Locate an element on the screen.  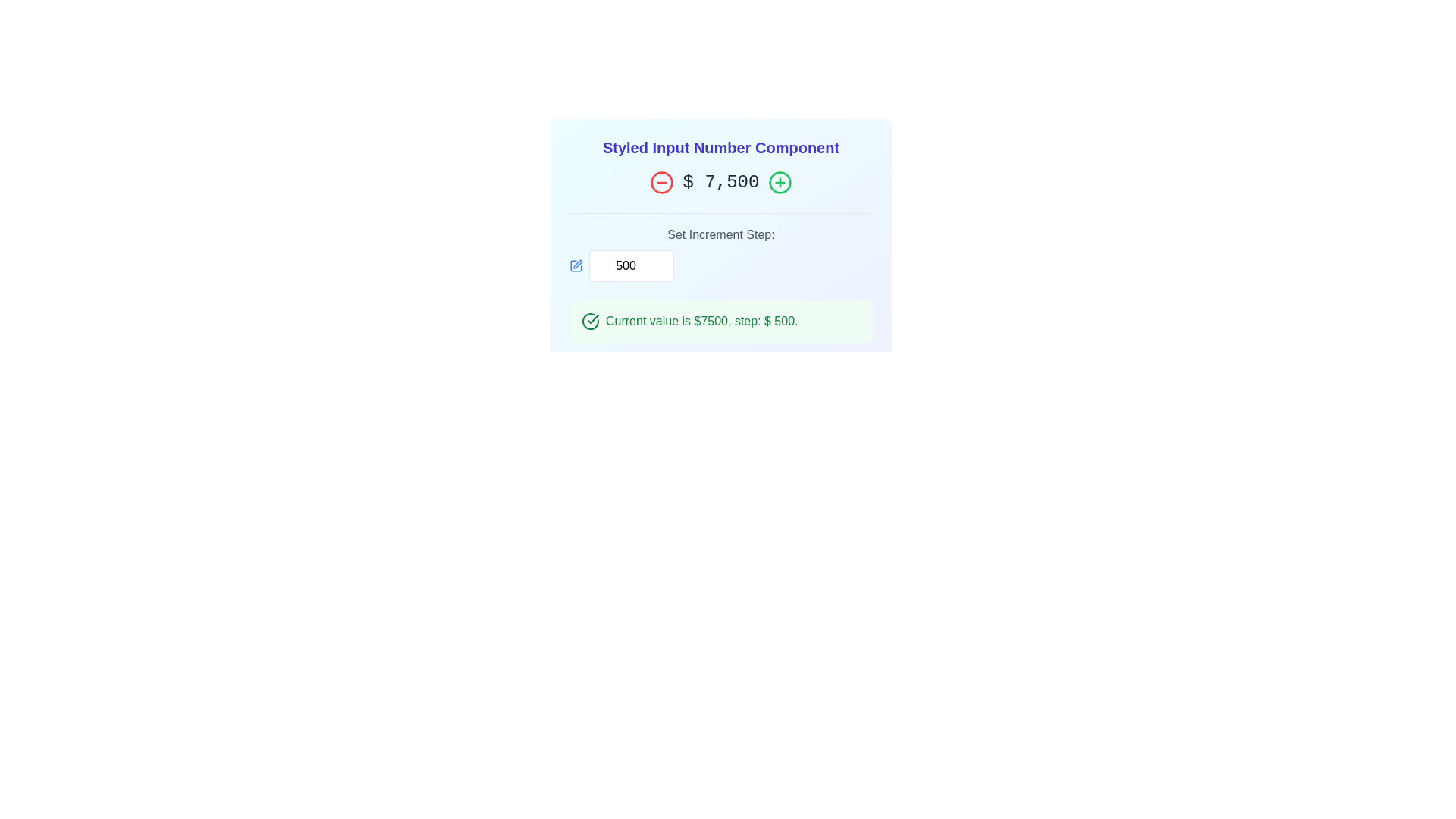
the green checkmark SVG icon inside the green success notification box located at the bottom right of the main component is located at coordinates (589, 321).